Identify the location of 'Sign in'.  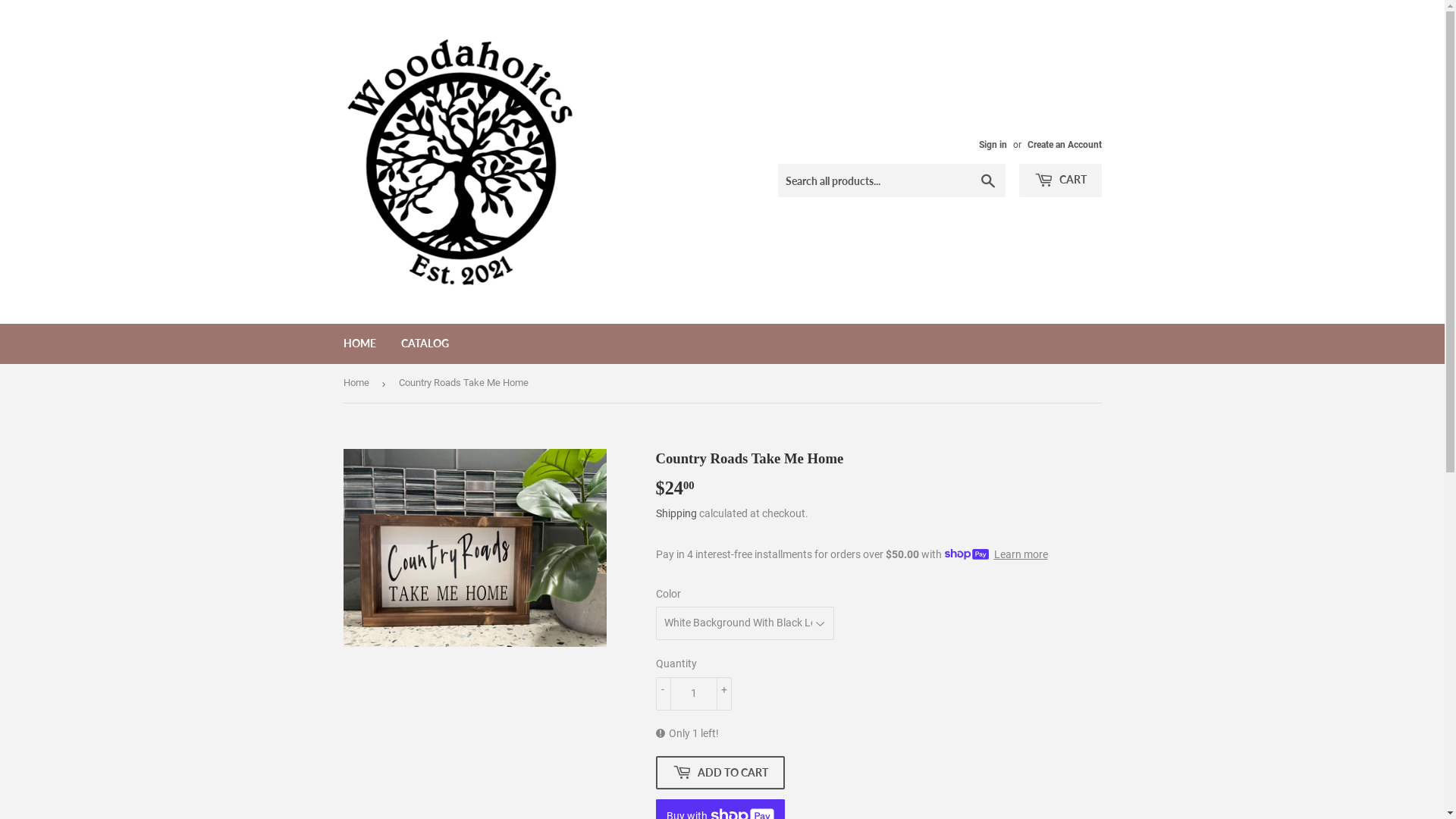
(992, 145).